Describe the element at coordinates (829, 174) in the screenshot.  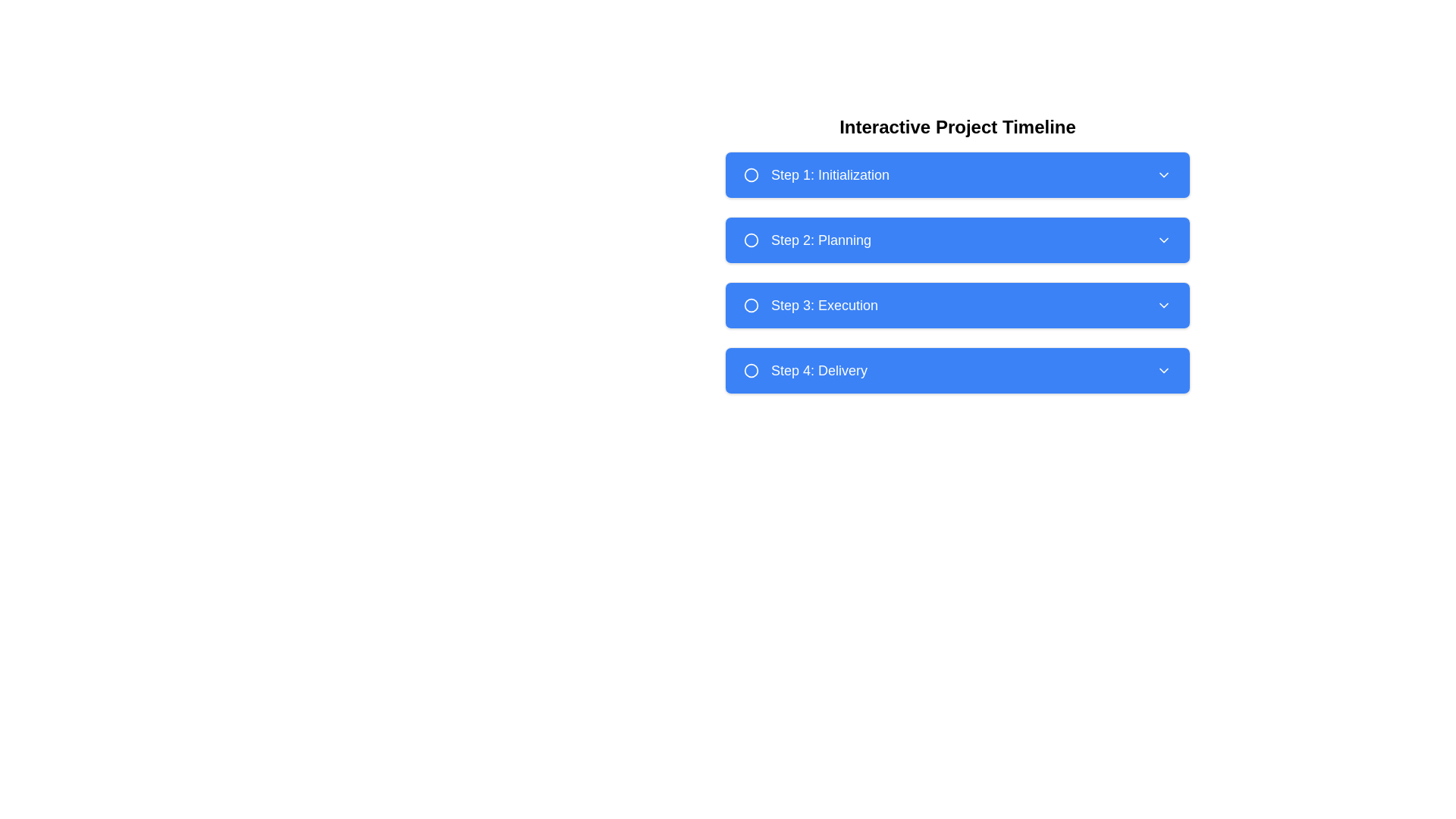
I see `the text label displaying 'Step 1: Initialization' which is part of the first section of a vertically aligned timeline, styled with a large font on a blue background` at that location.